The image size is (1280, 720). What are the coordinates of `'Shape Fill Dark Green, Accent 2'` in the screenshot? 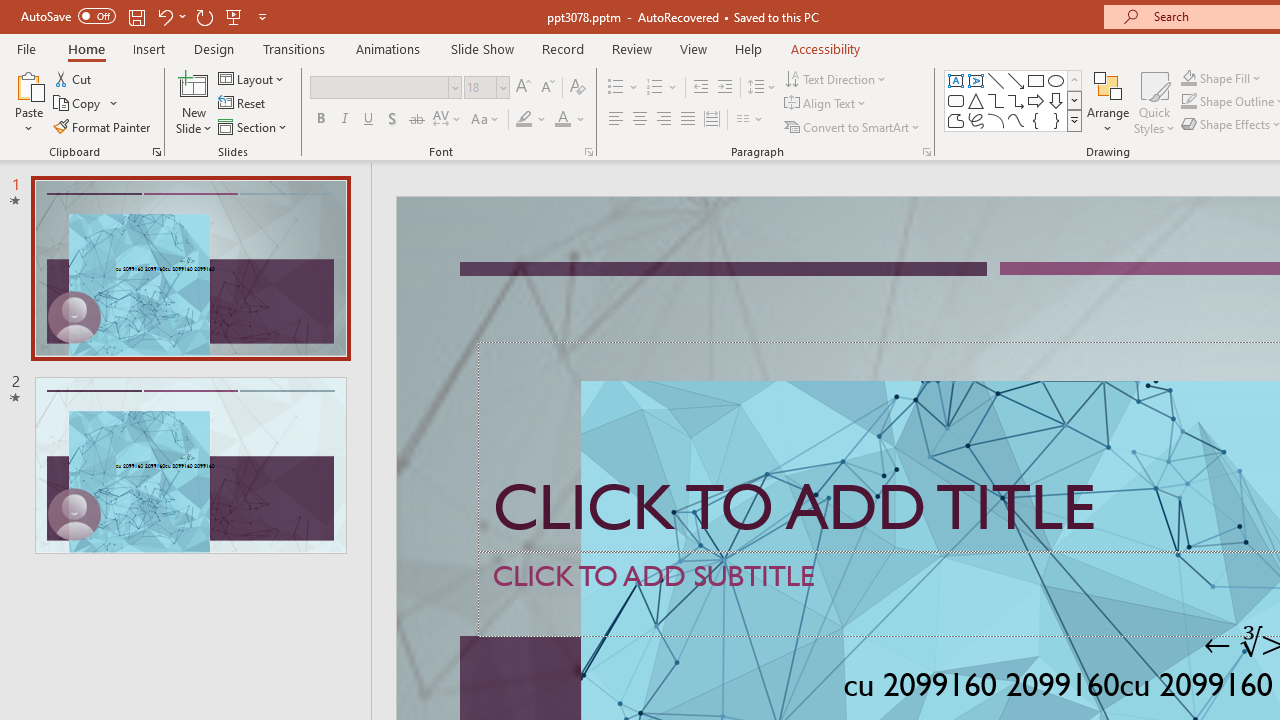 It's located at (1189, 77).